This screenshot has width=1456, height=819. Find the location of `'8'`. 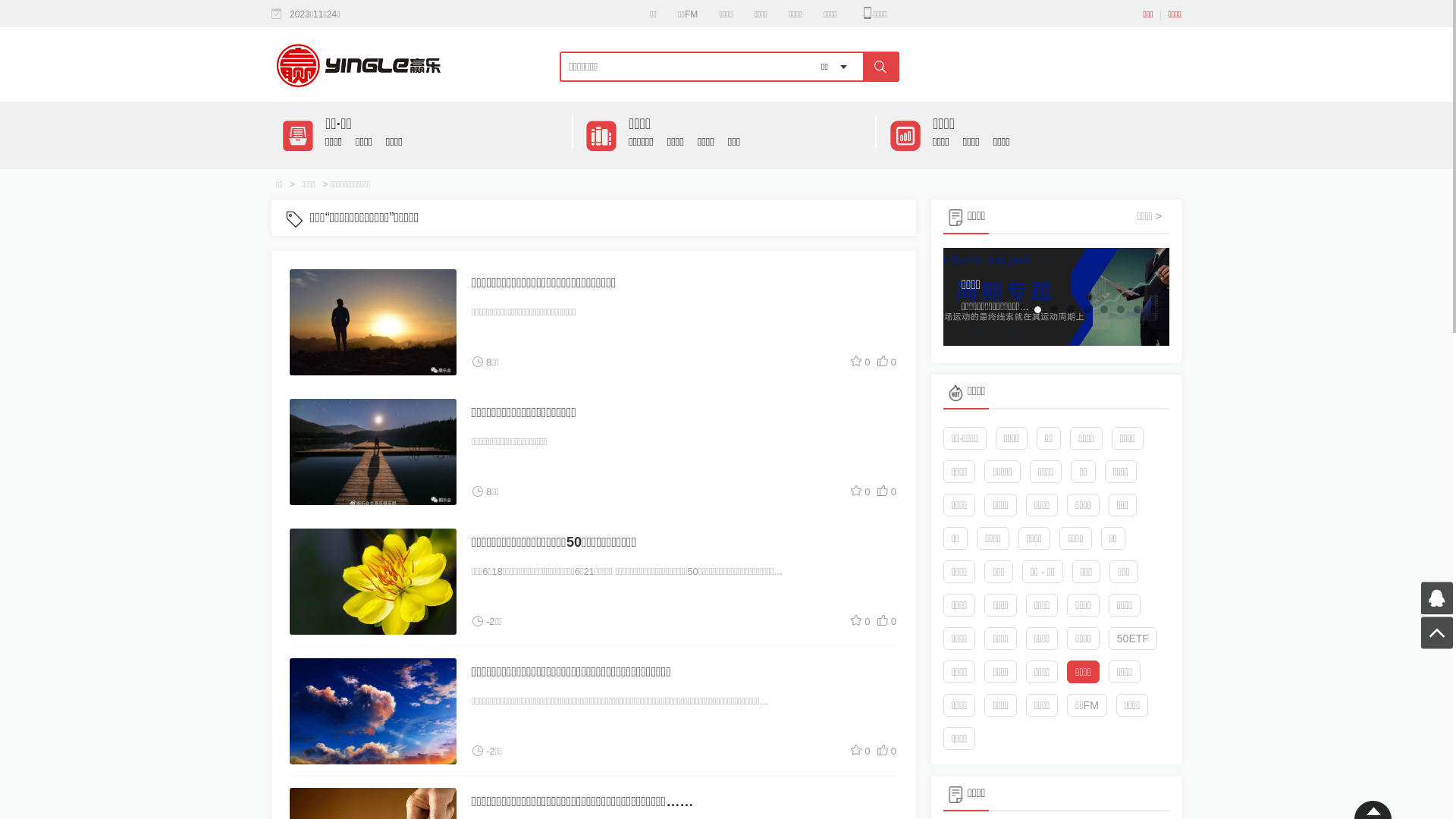

'8' is located at coordinates (1087, 309).